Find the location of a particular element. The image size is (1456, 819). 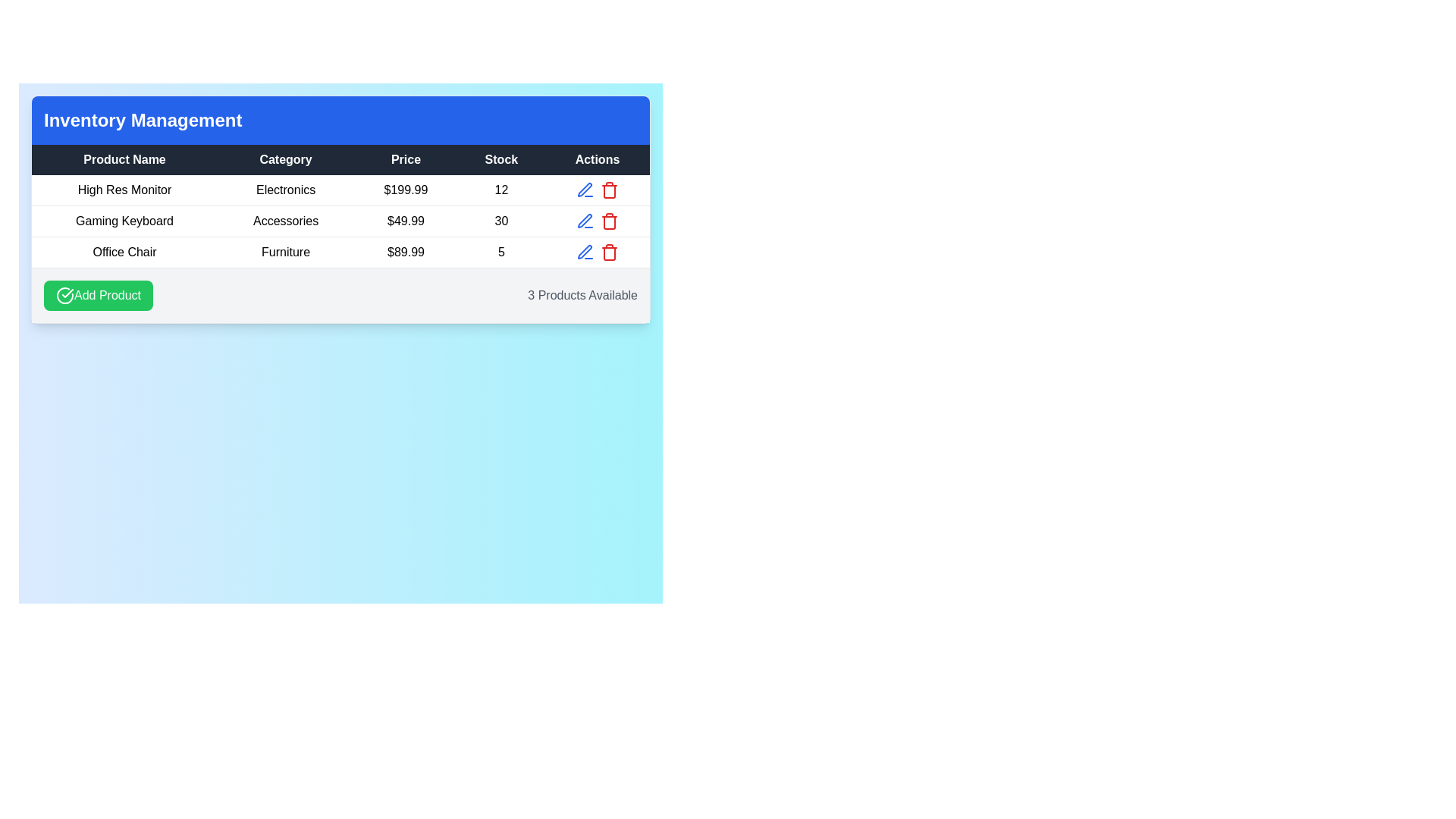

product information for the first row in the product table, which contains details about the 'High Res Monitor' is located at coordinates (340, 190).